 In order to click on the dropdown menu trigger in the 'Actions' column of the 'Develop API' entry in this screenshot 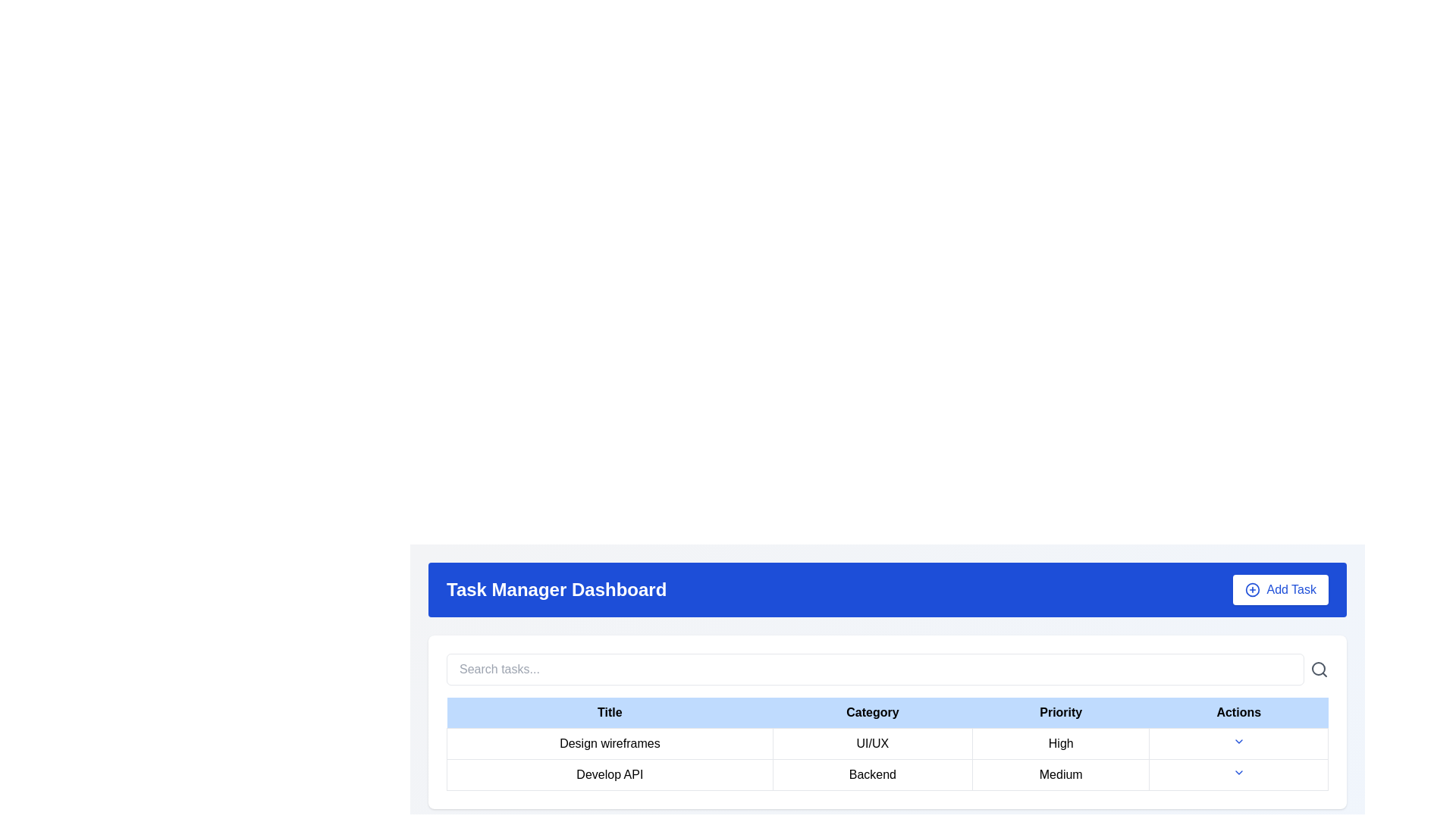, I will do `click(1238, 775)`.